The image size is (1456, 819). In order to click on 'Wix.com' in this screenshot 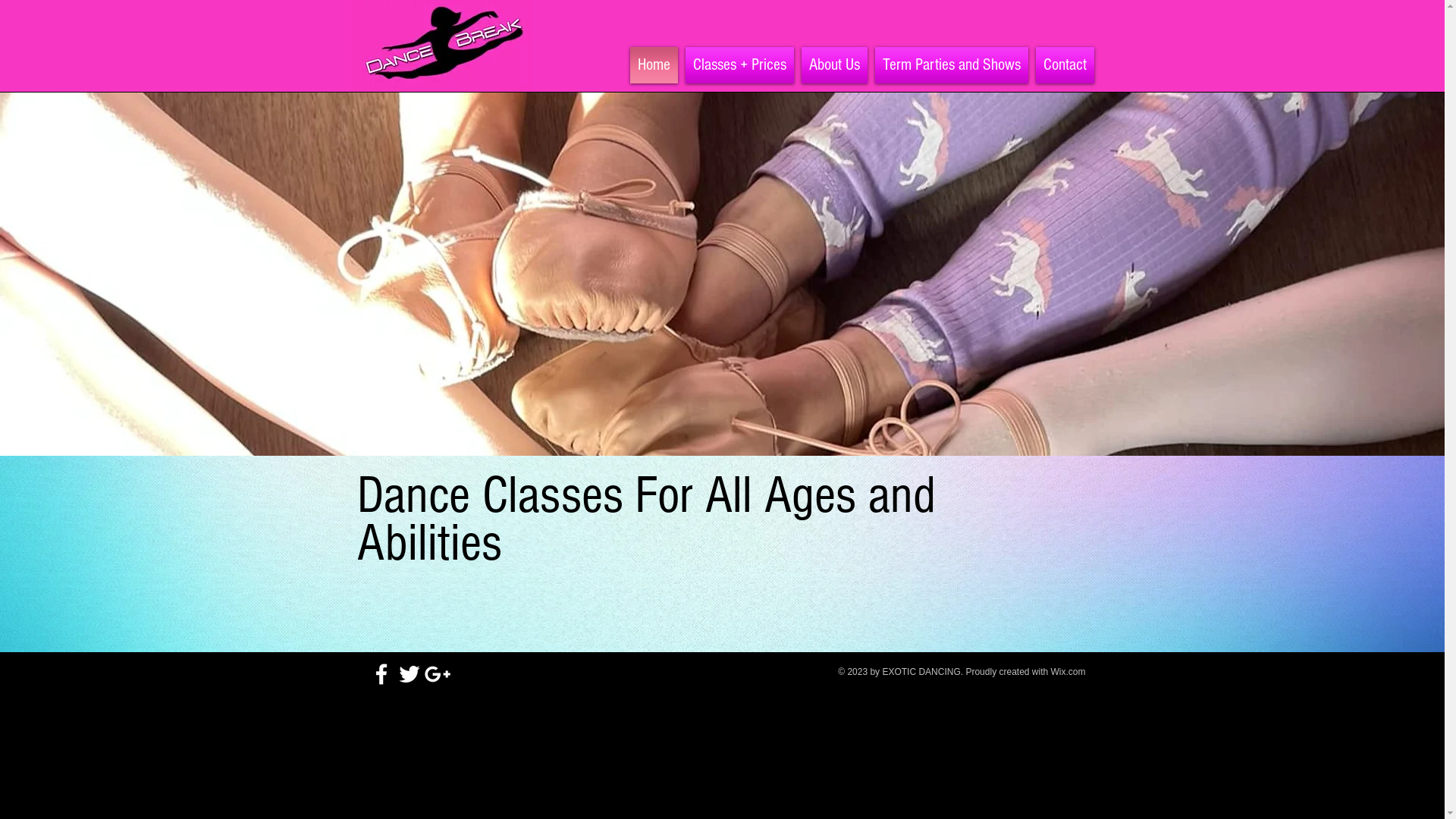, I will do `click(1068, 671)`.